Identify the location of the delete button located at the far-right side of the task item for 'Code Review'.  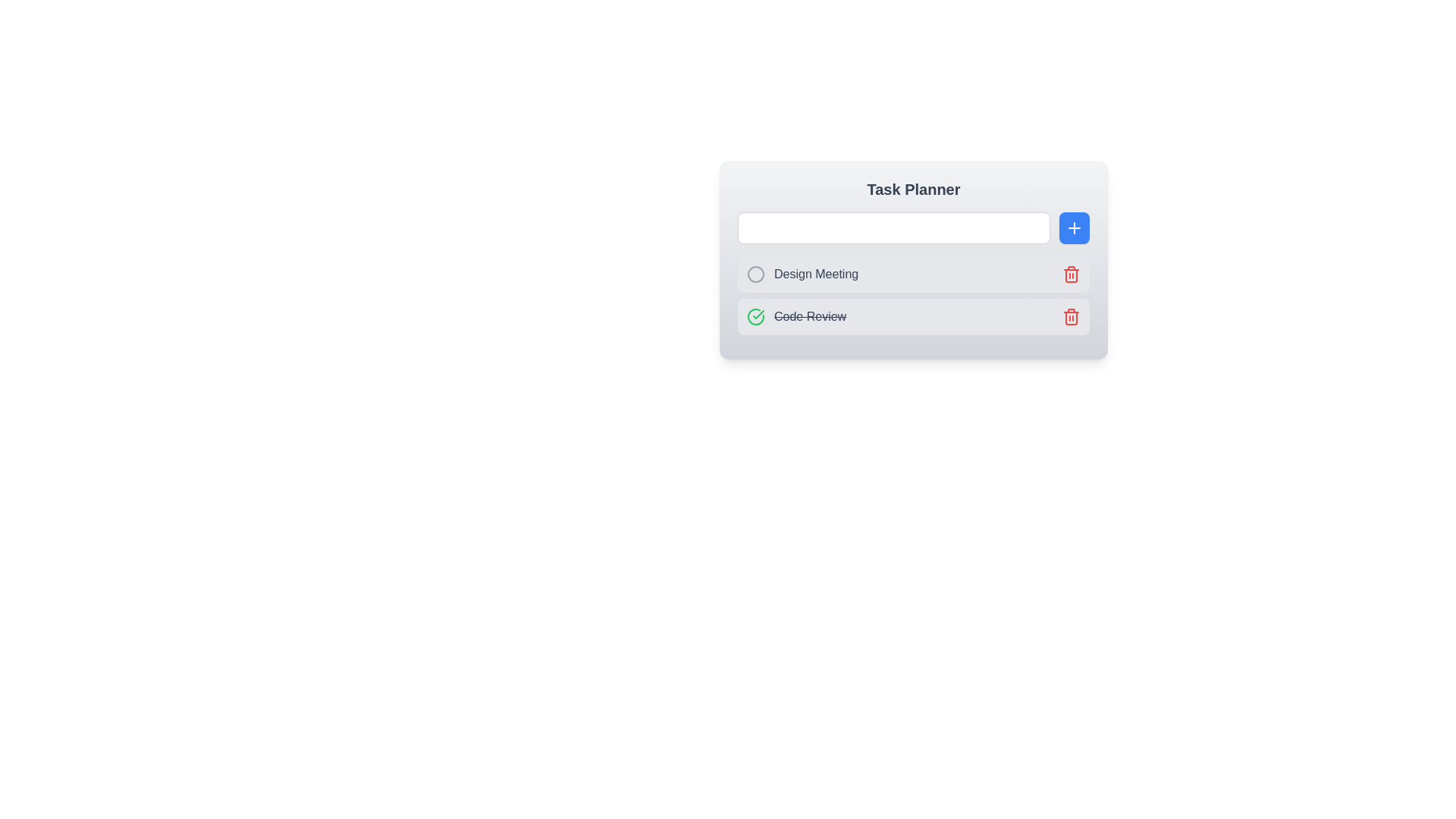
(1065, 315).